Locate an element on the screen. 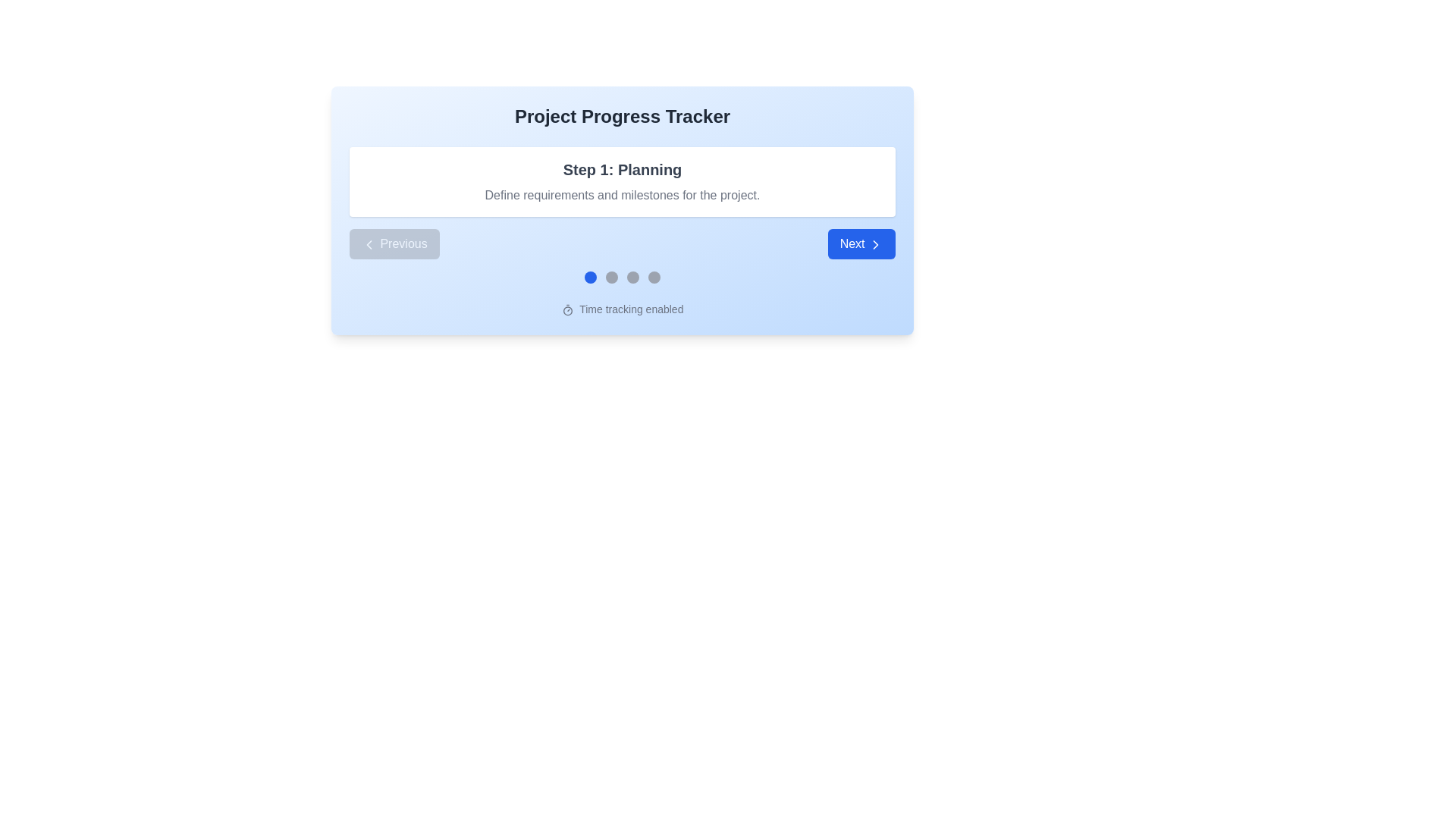  text of the heading element that informs the user about the tracking project progress, positioned at the top of the interface is located at coordinates (622, 116).